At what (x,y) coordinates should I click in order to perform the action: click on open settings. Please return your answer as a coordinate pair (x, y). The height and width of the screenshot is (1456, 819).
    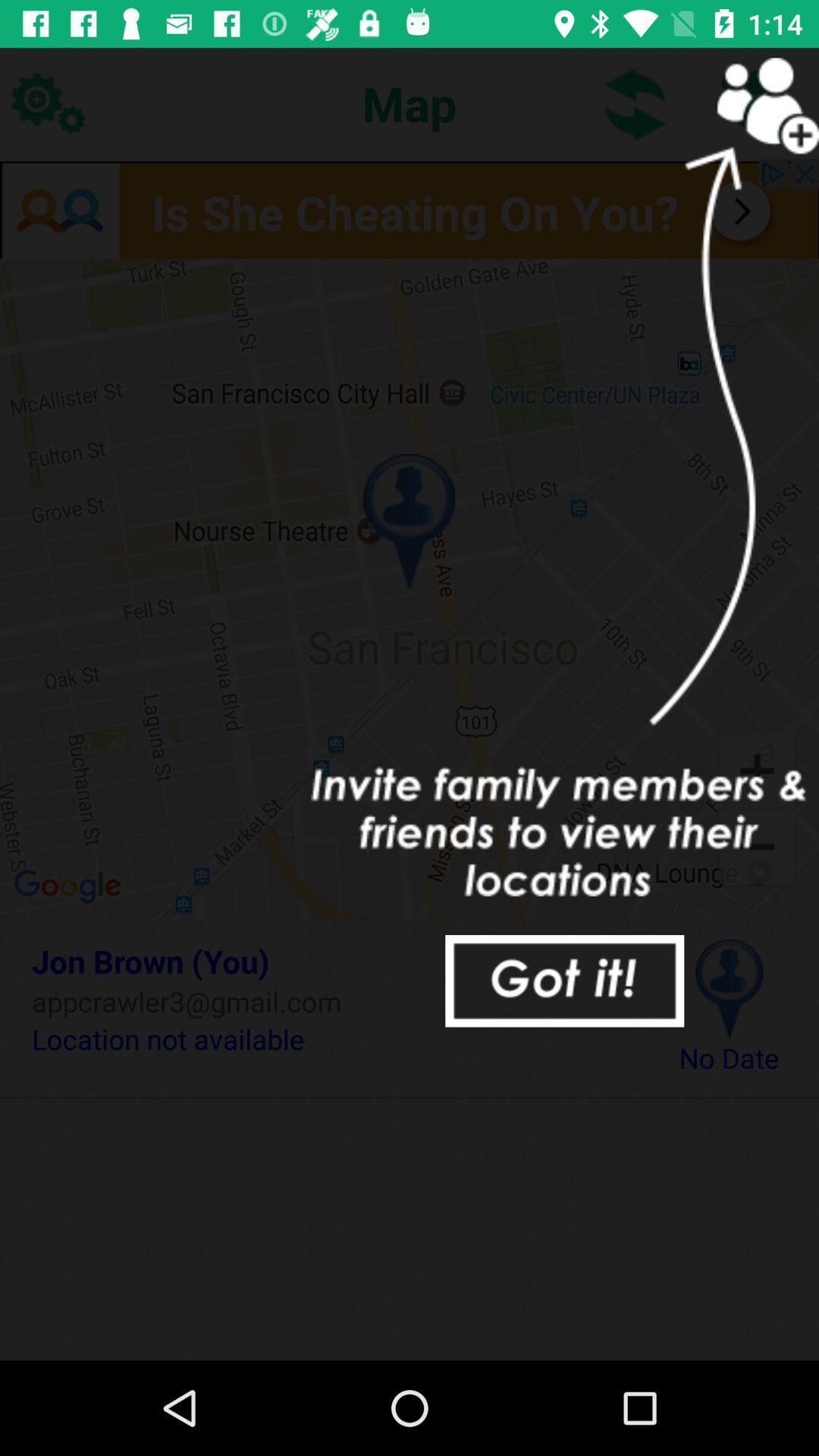
    Looking at the image, I should click on (46, 102).